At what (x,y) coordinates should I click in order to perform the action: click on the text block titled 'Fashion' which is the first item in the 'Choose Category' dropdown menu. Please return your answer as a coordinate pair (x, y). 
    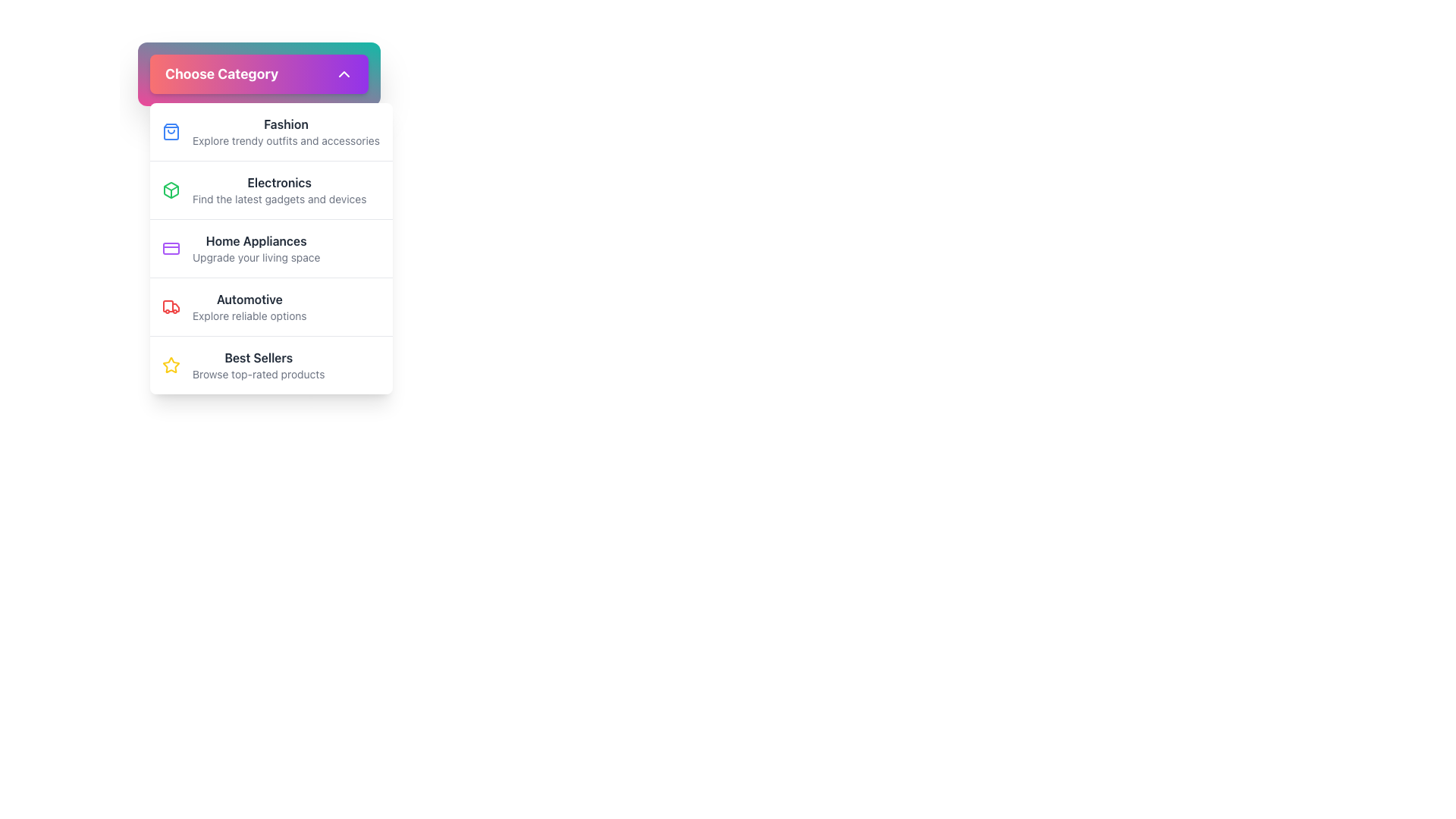
    Looking at the image, I should click on (286, 130).